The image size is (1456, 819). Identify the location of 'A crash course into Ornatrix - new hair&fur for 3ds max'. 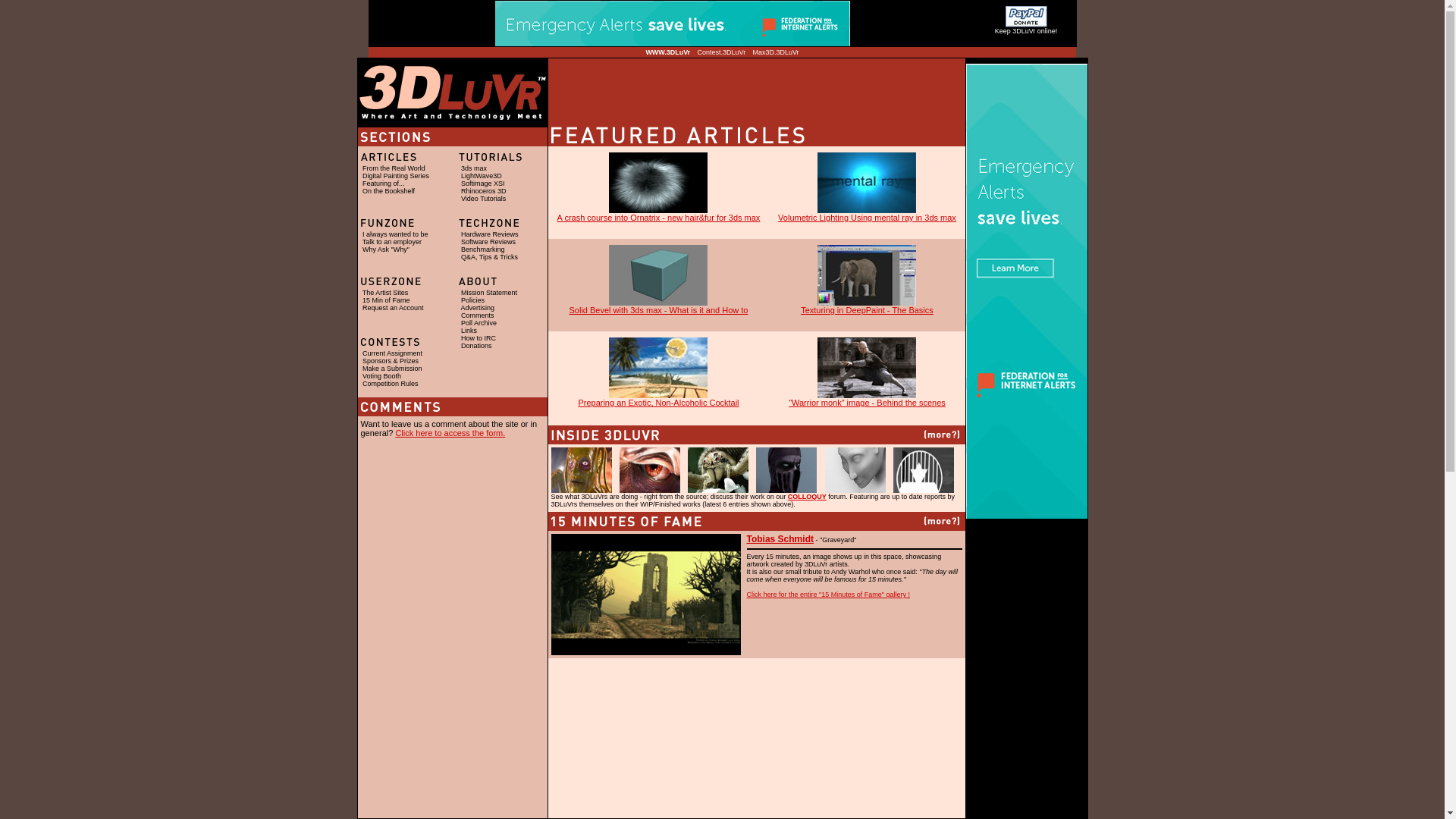
(658, 213).